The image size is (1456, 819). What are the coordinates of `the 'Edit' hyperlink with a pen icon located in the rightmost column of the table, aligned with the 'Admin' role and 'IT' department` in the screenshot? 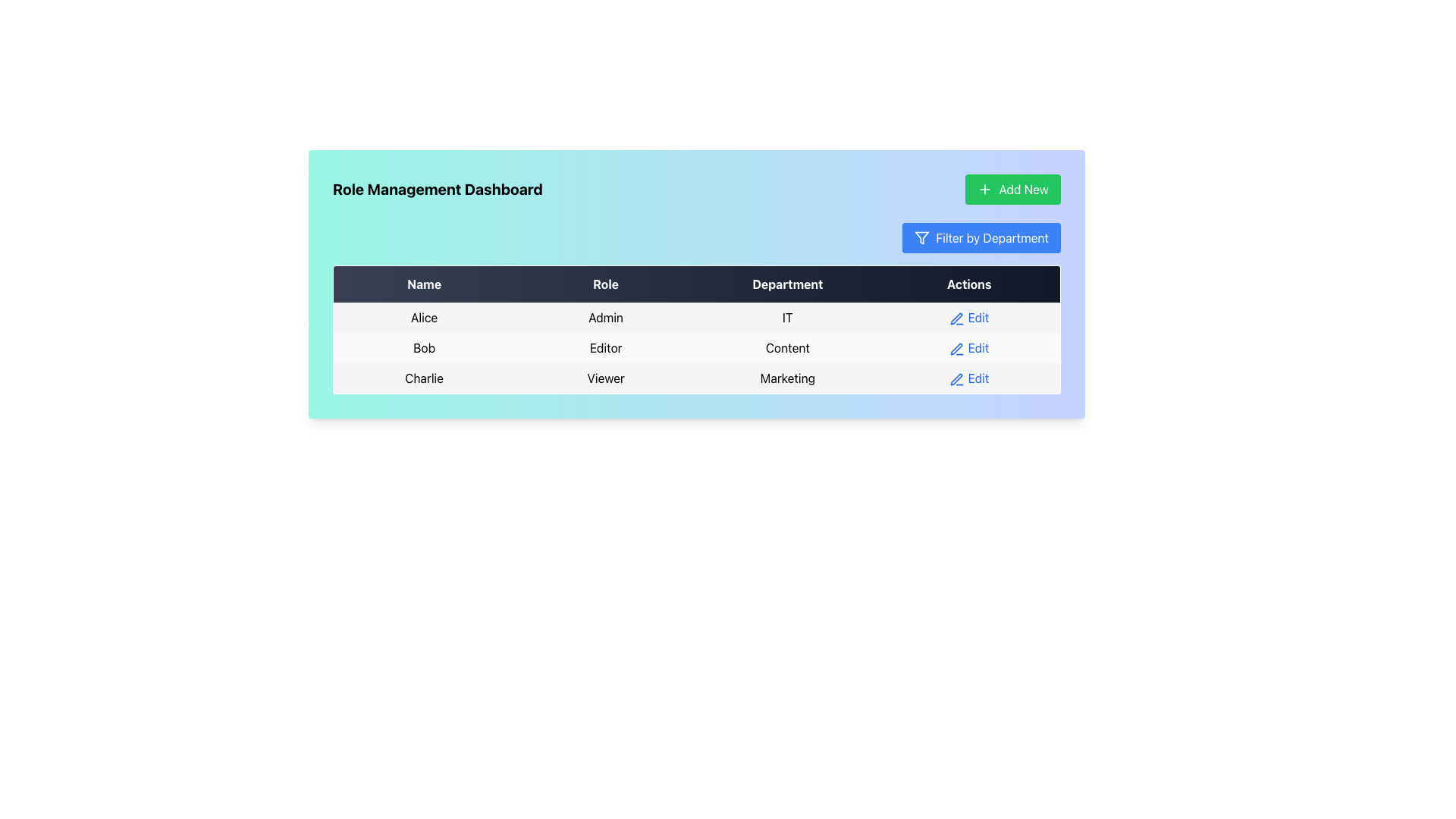 It's located at (968, 317).